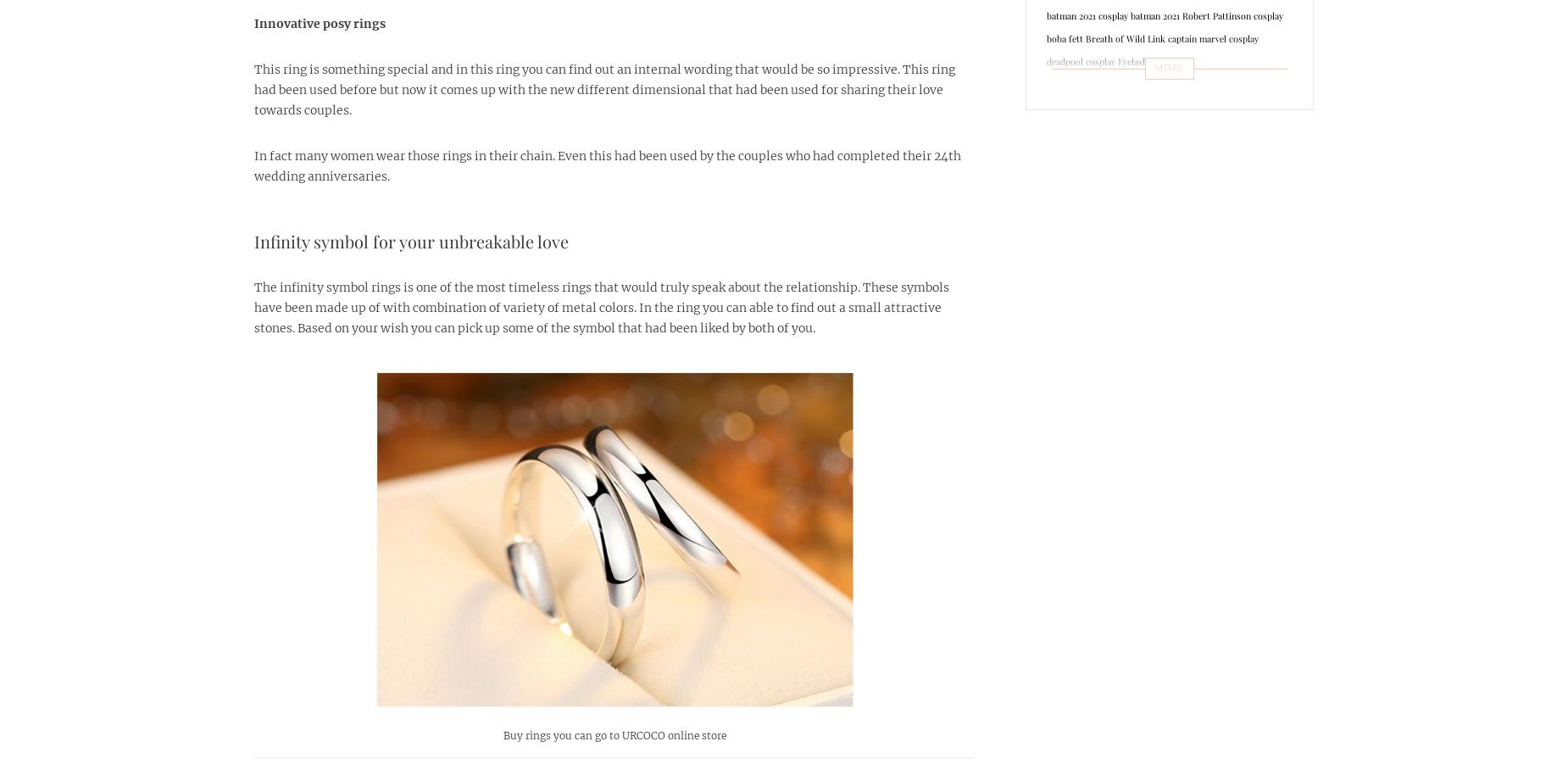  Describe the element at coordinates (1161, 427) in the screenshot. I see `'Thor 4 Love and Thunder'` at that location.